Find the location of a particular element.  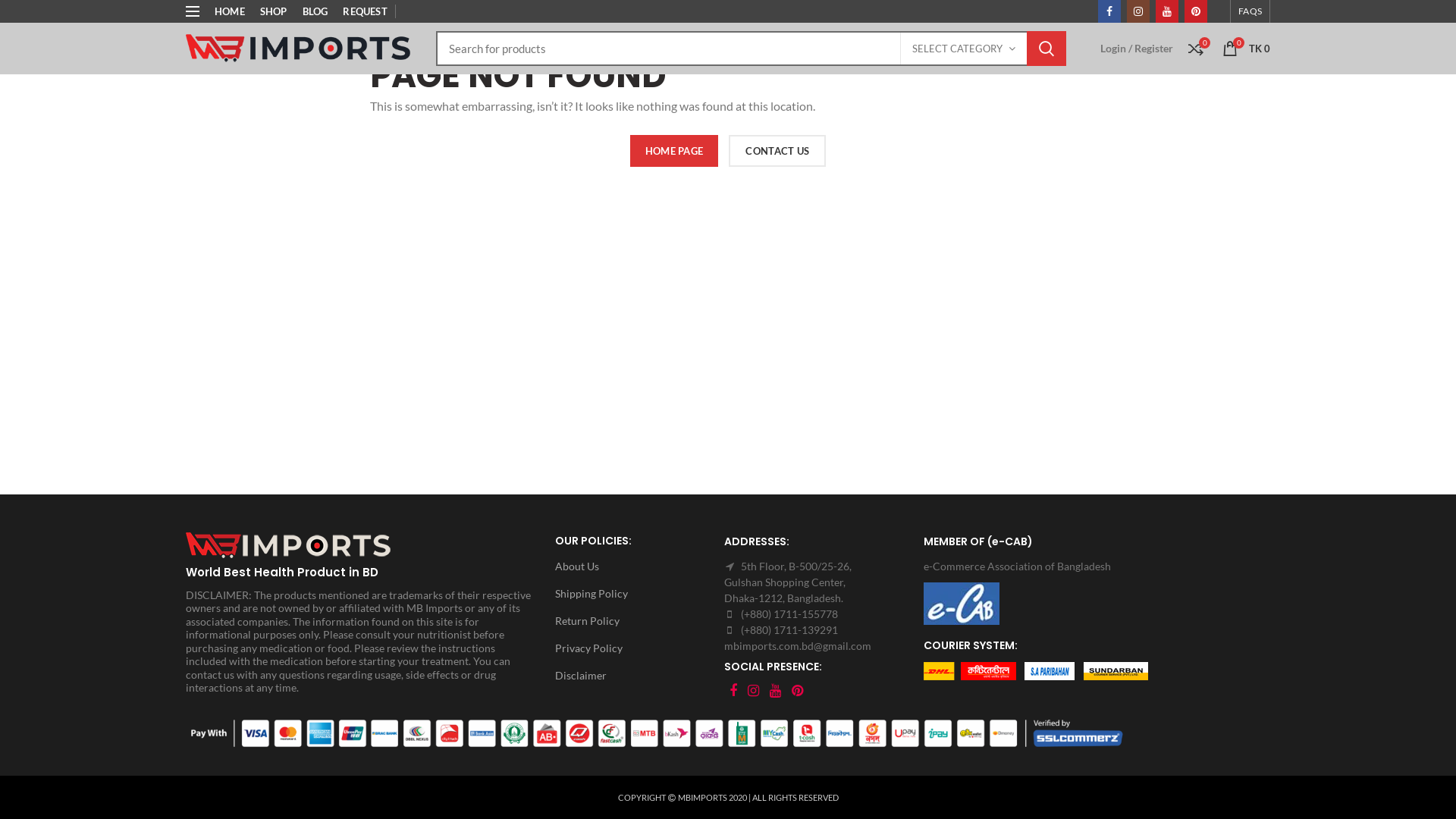

'SELECT CATEGORY' is located at coordinates (963, 48).